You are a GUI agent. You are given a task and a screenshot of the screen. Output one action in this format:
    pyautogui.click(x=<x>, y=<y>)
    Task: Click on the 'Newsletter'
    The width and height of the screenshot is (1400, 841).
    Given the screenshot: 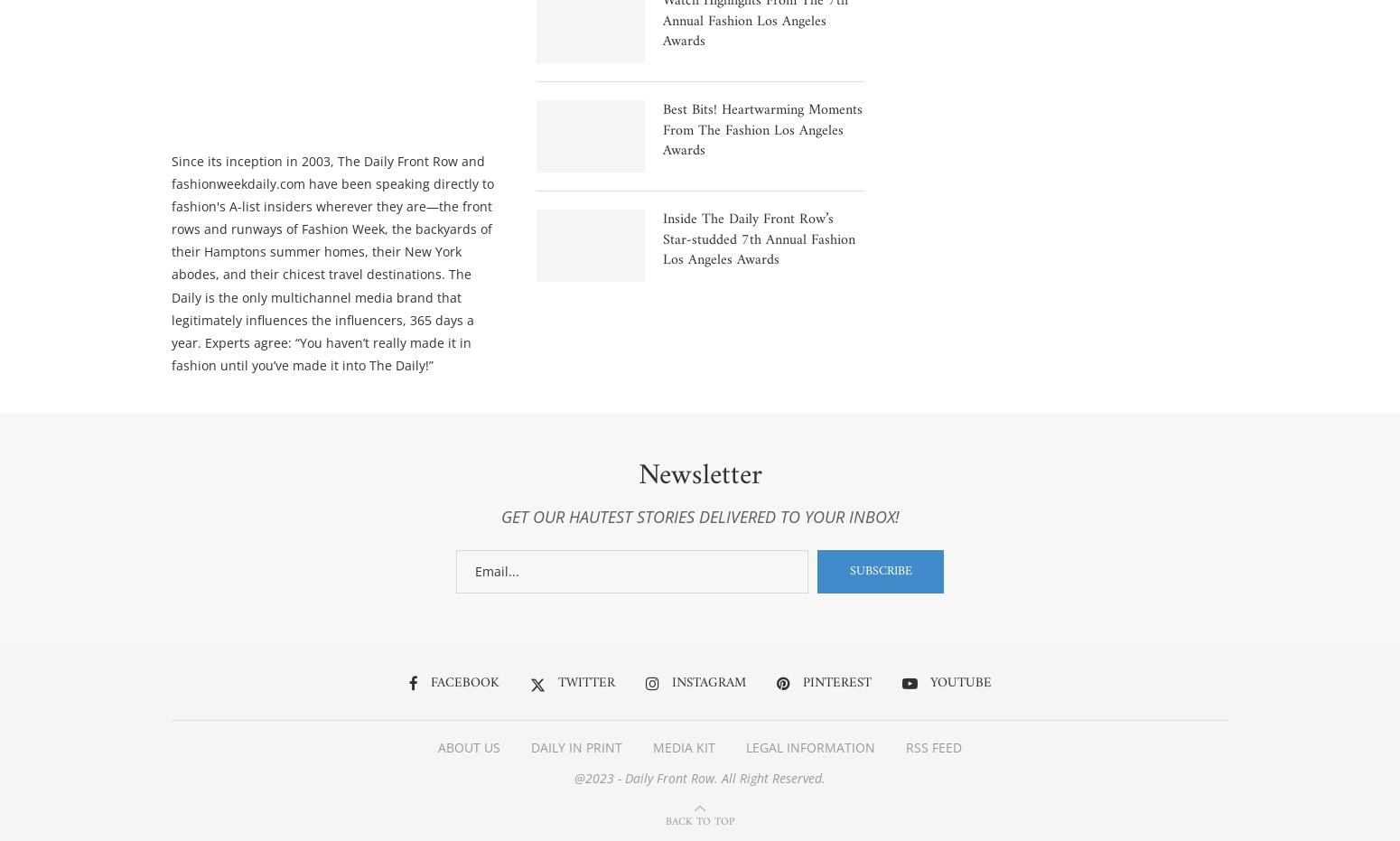 What is the action you would take?
    pyautogui.click(x=699, y=479)
    